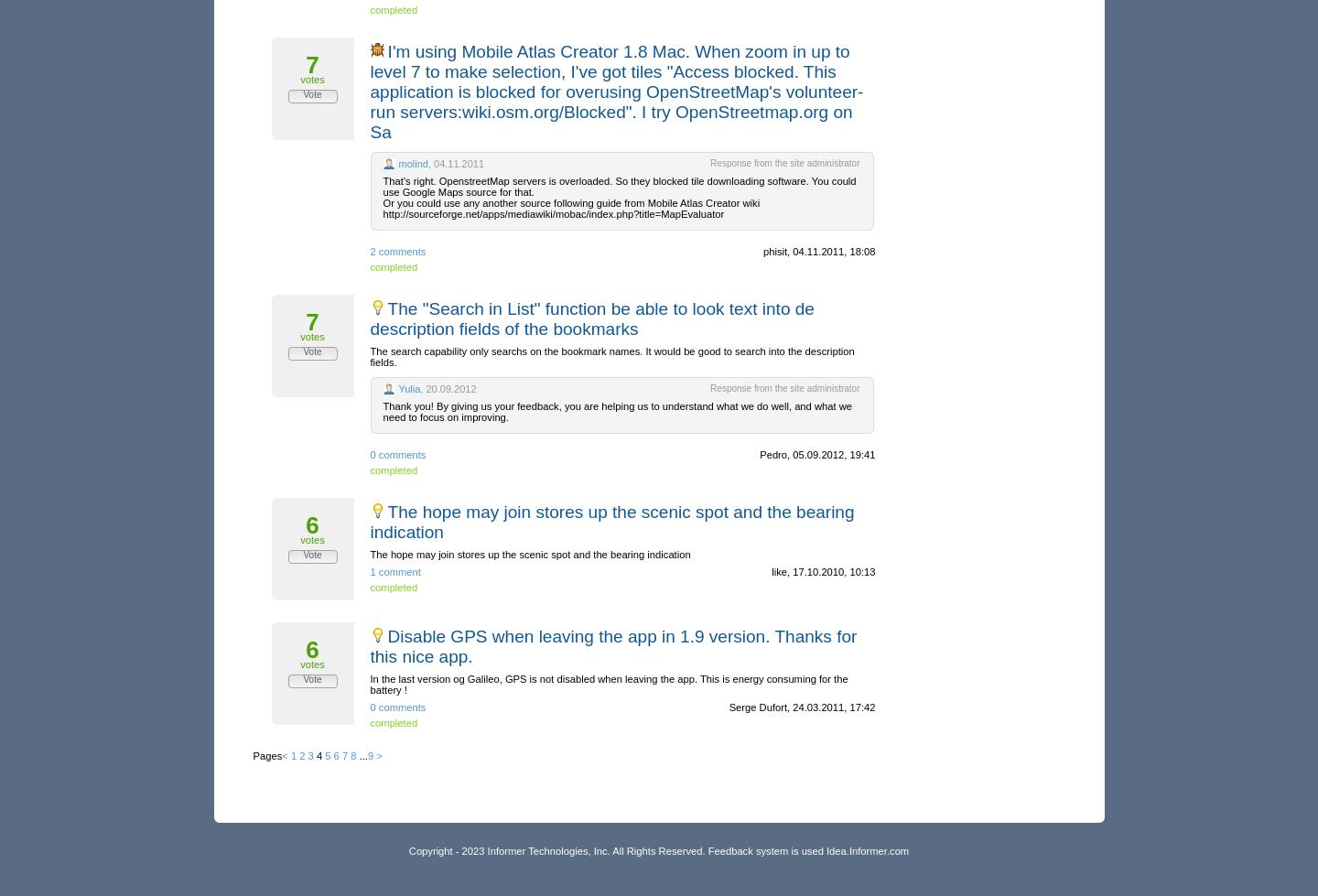 The image size is (1318, 896). What do you see at coordinates (407, 849) in the screenshot?
I see `'Copyright - 2023 Informer Technologies, Inc. All Rights Reserved. Feedback system is used'` at bounding box center [407, 849].